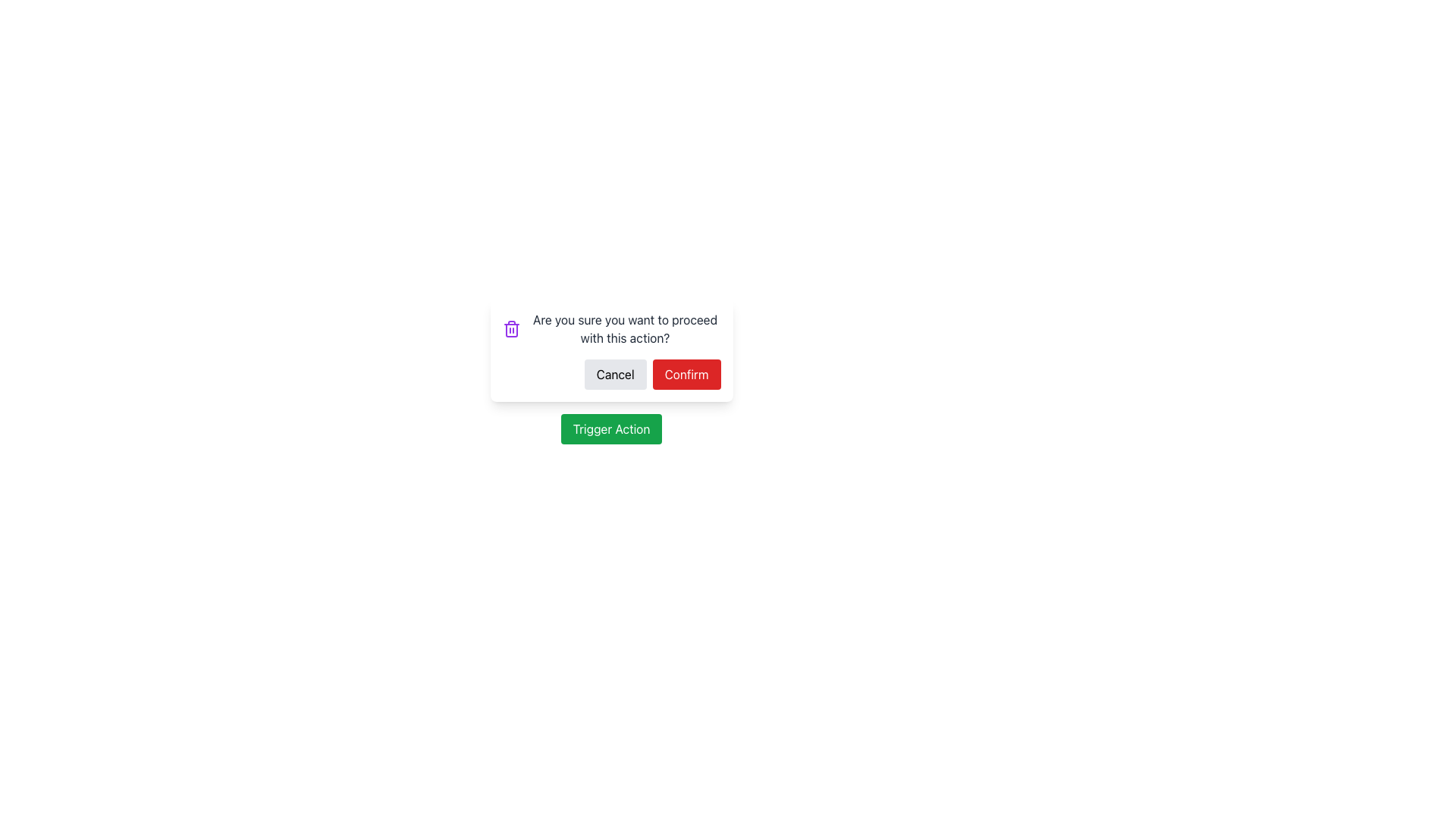  I want to click on the purple trash can icon, which is a vertical rectangle with rounded corners and hollow in the center, located towards the left side of the warning modal, so click(511, 329).